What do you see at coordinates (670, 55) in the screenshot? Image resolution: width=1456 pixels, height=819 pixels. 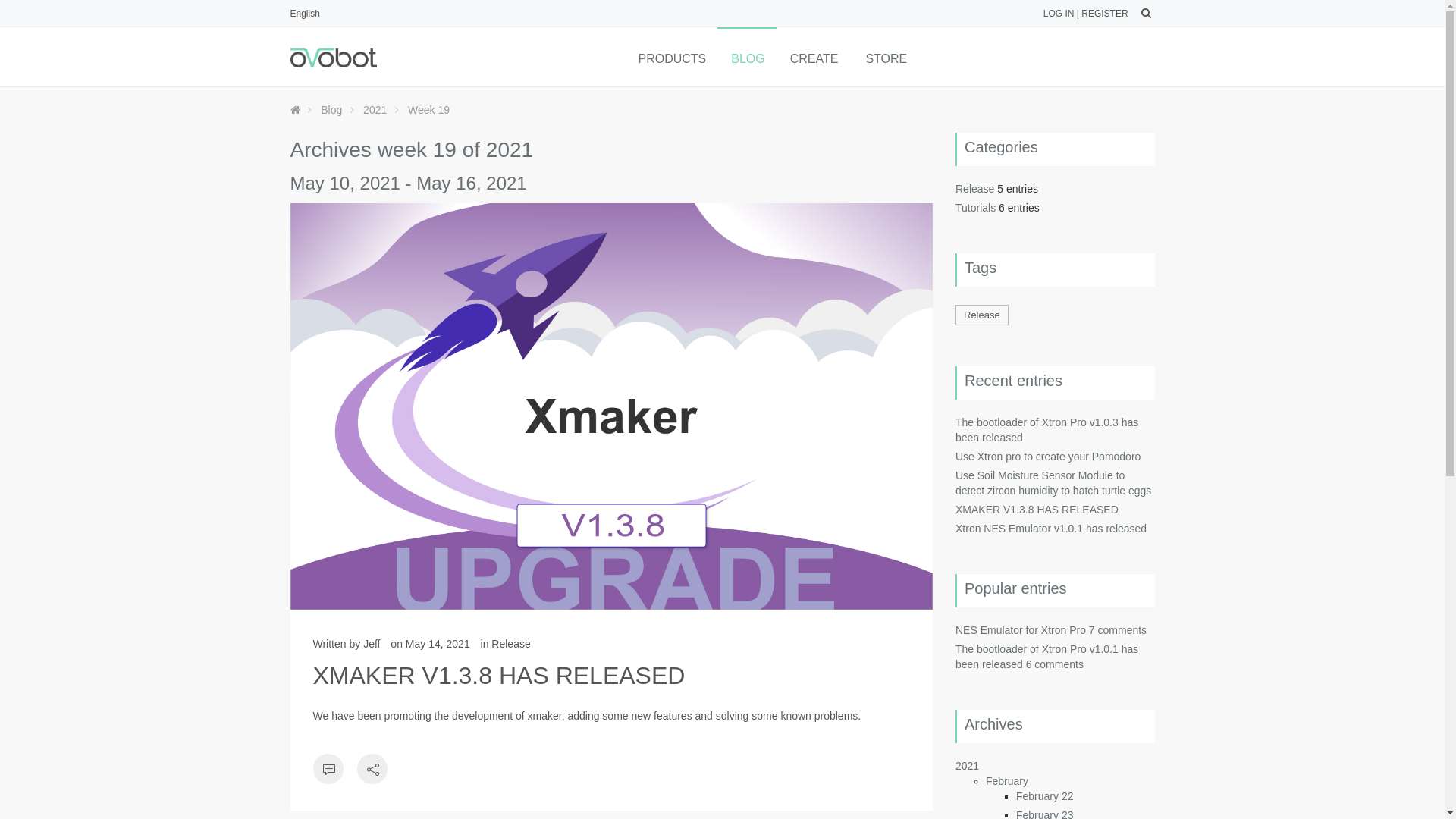 I see `'PRODUCTS'` at bounding box center [670, 55].